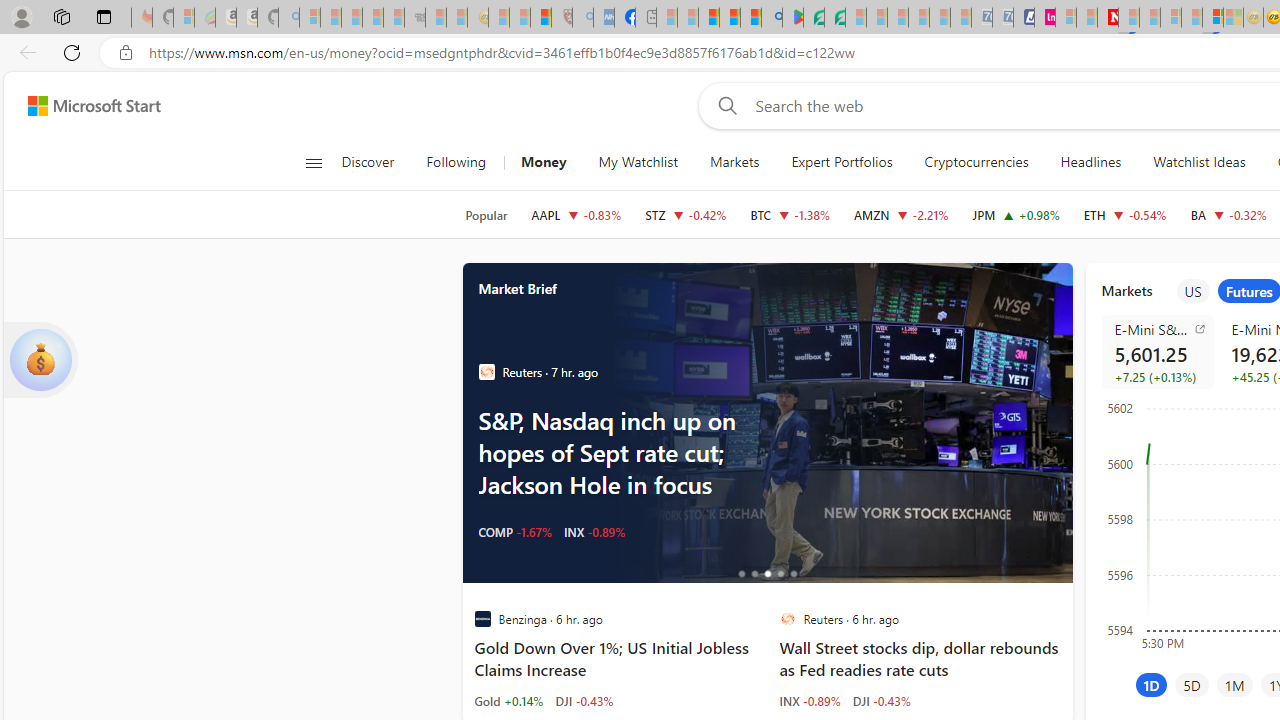  What do you see at coordinates (1199, 162) in the screenshot?
I see `'Watchlist Ideas'` at bounding box center [1199, 162].